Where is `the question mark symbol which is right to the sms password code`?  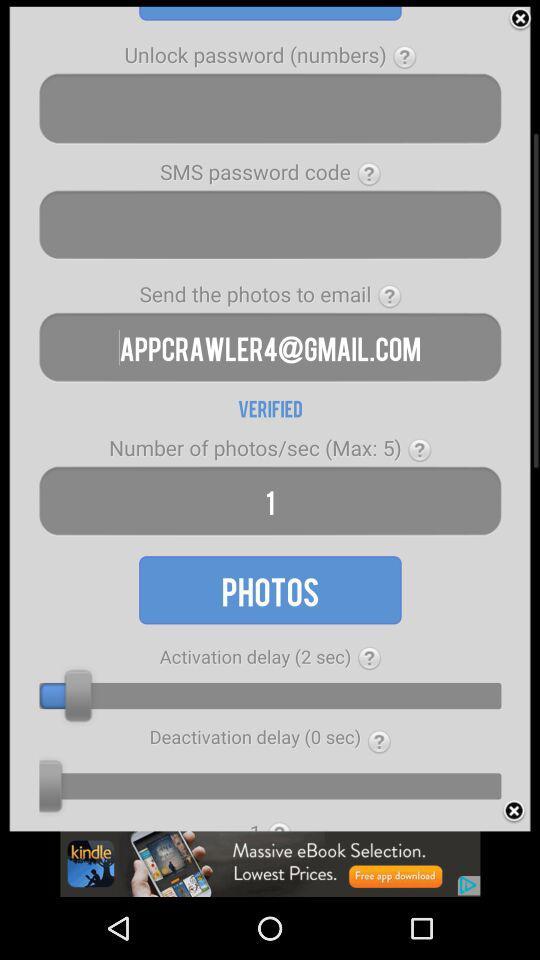 the question mark symbol which is right to the sms password code is located at coordinates (368, 173).